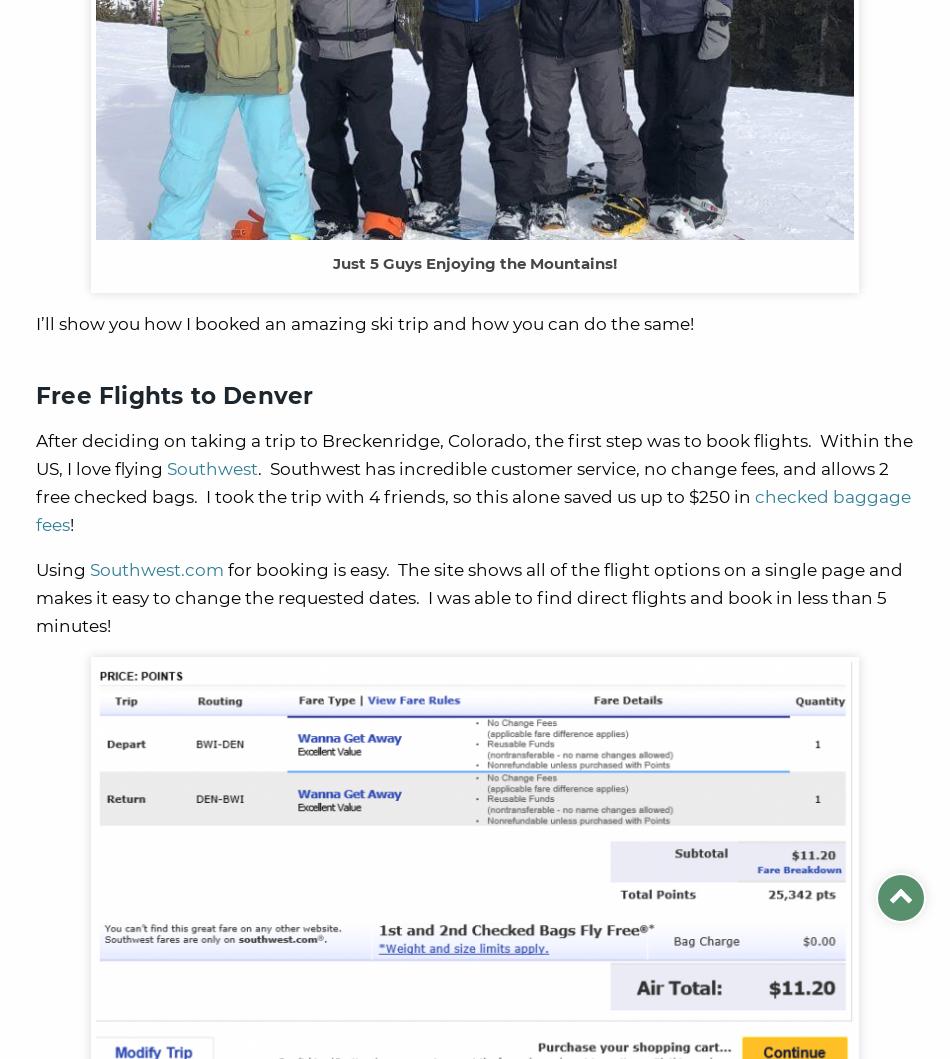 The height and width of the screenshot is (1059, 950). What do you see at coordinates (36, 510) in the screenshot?
I see `'checked baggage fees'` at bounding box center [36, 510].